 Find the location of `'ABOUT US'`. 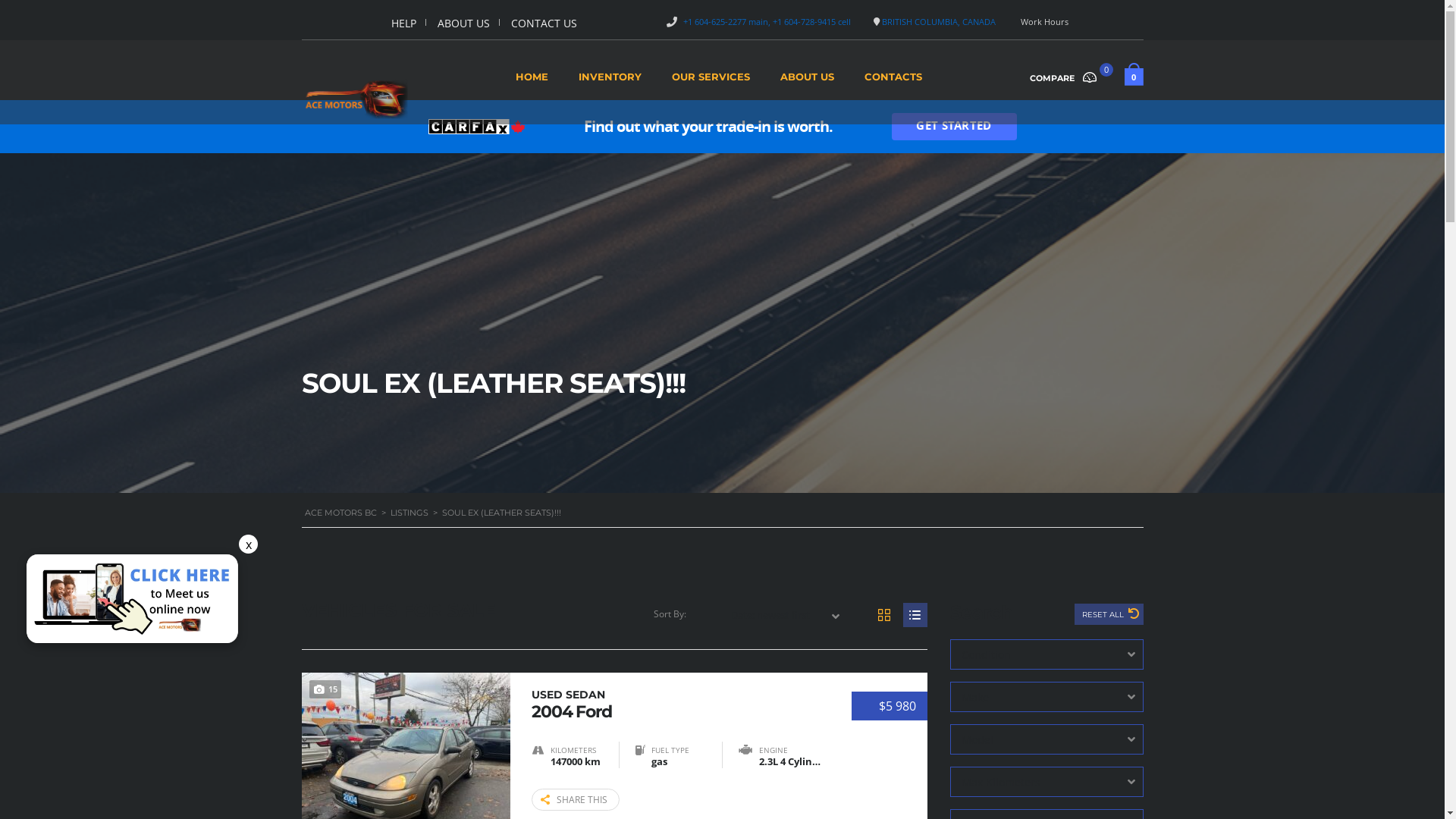

'ABOUT US' is located at coordinates (463, 23).